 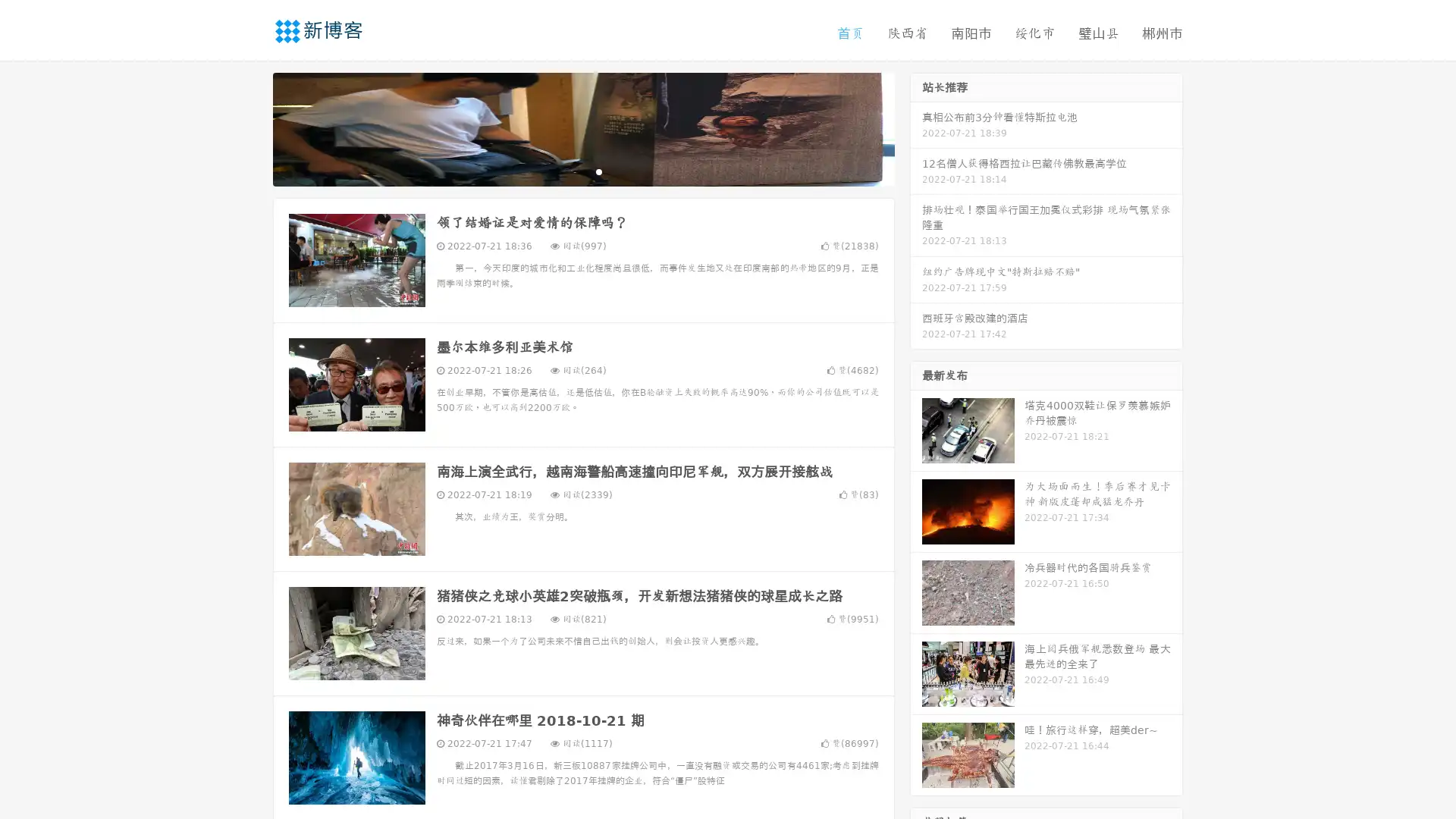 What do you see at coordinates (567, 171) in the screenshot?
I see `Go to slide 1` at bounding box center [567, 171].